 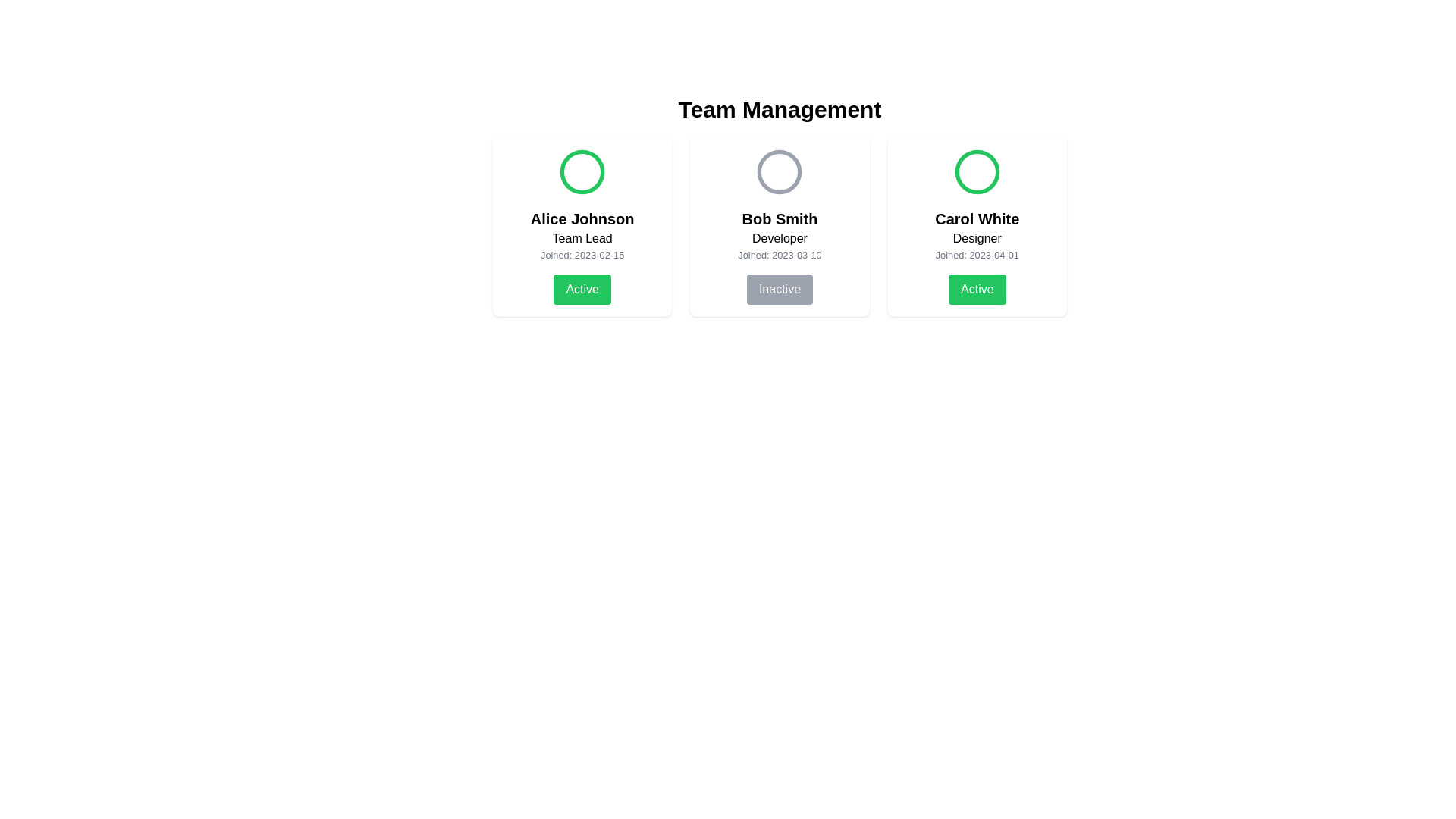 What do you see at coordinates (977, 219) in the screenshot?
I see `the Text label displaying the individual's name in the user profile card, located in the middle of the third card above the 'Designer' title` at bounding box center [977, 219].